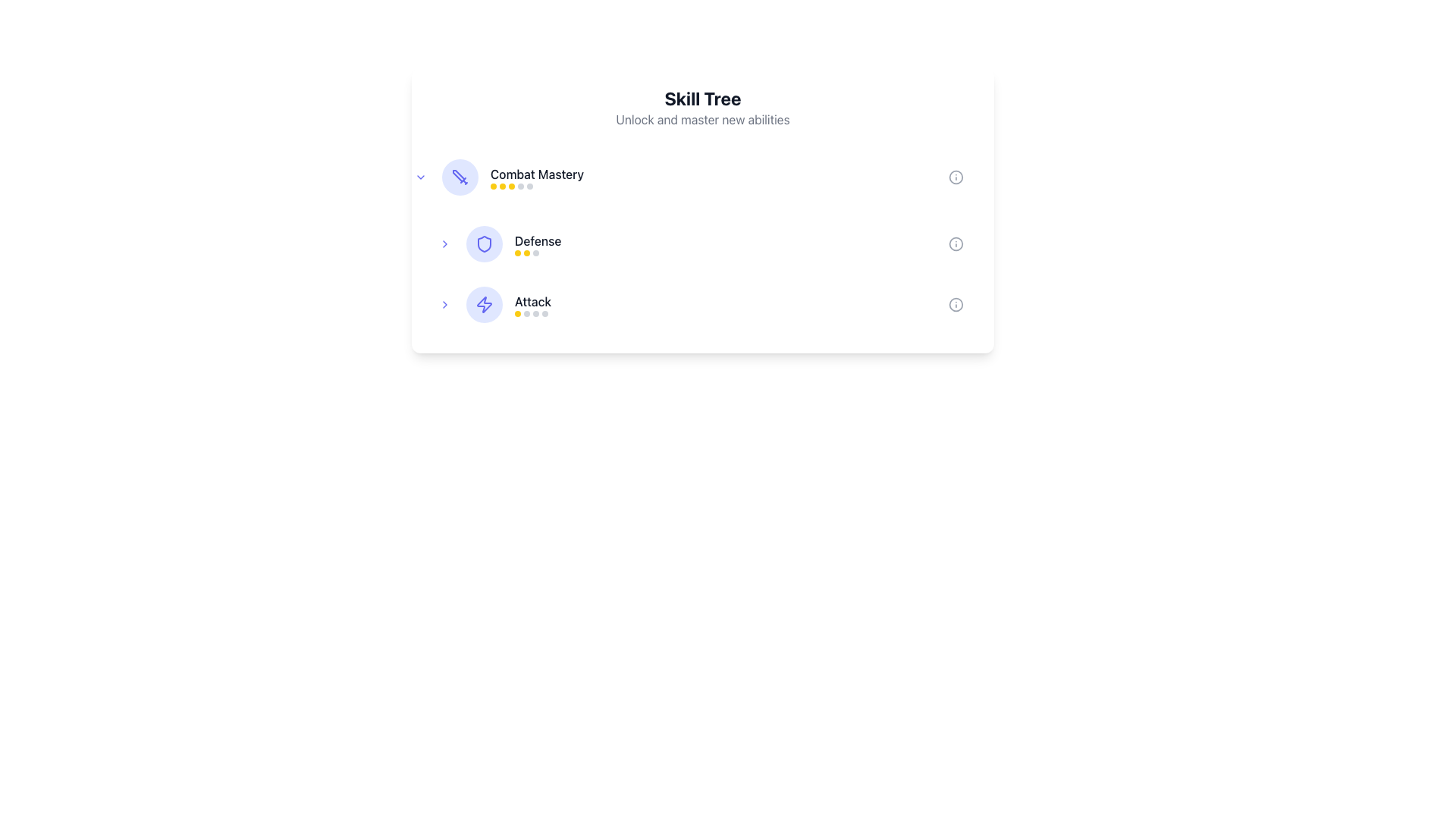 Image resolution: width=1456 pixels, height=819 pixels. I want to click on the progress or rating indicator consisting of three small circles, two yellow and one gray, located in the 'Defense' skill section of the skill tree interface, so click(731, 253).